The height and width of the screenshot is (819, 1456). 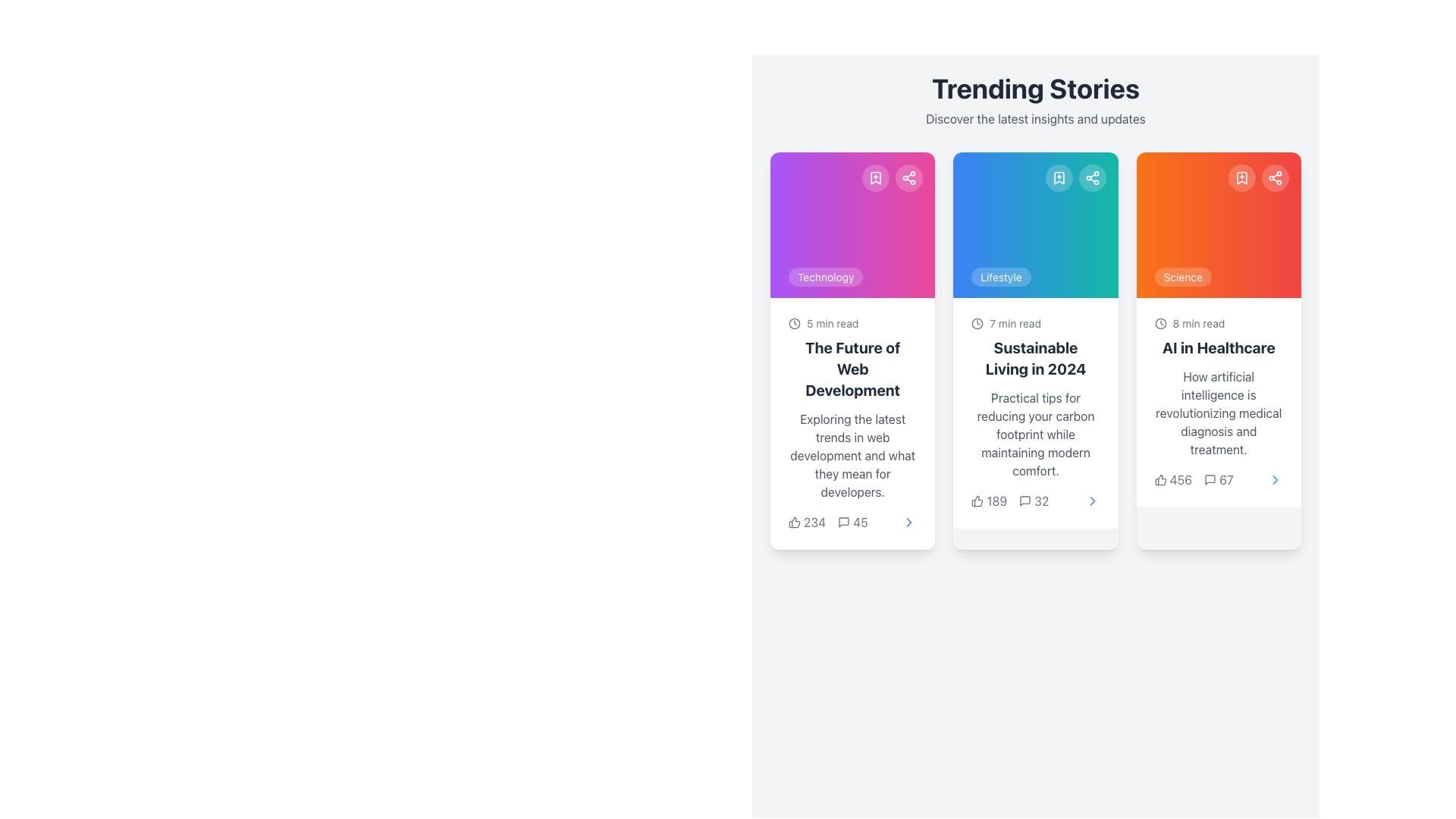 What do you see at coordinates (1001, 277) in the screenshot?
I see `the Pill-shaped label within the second card from the left, which serves as a category identifier for the content of the card titled 'Sustainable Living in 2024'` at bounding box center [1001, 277].